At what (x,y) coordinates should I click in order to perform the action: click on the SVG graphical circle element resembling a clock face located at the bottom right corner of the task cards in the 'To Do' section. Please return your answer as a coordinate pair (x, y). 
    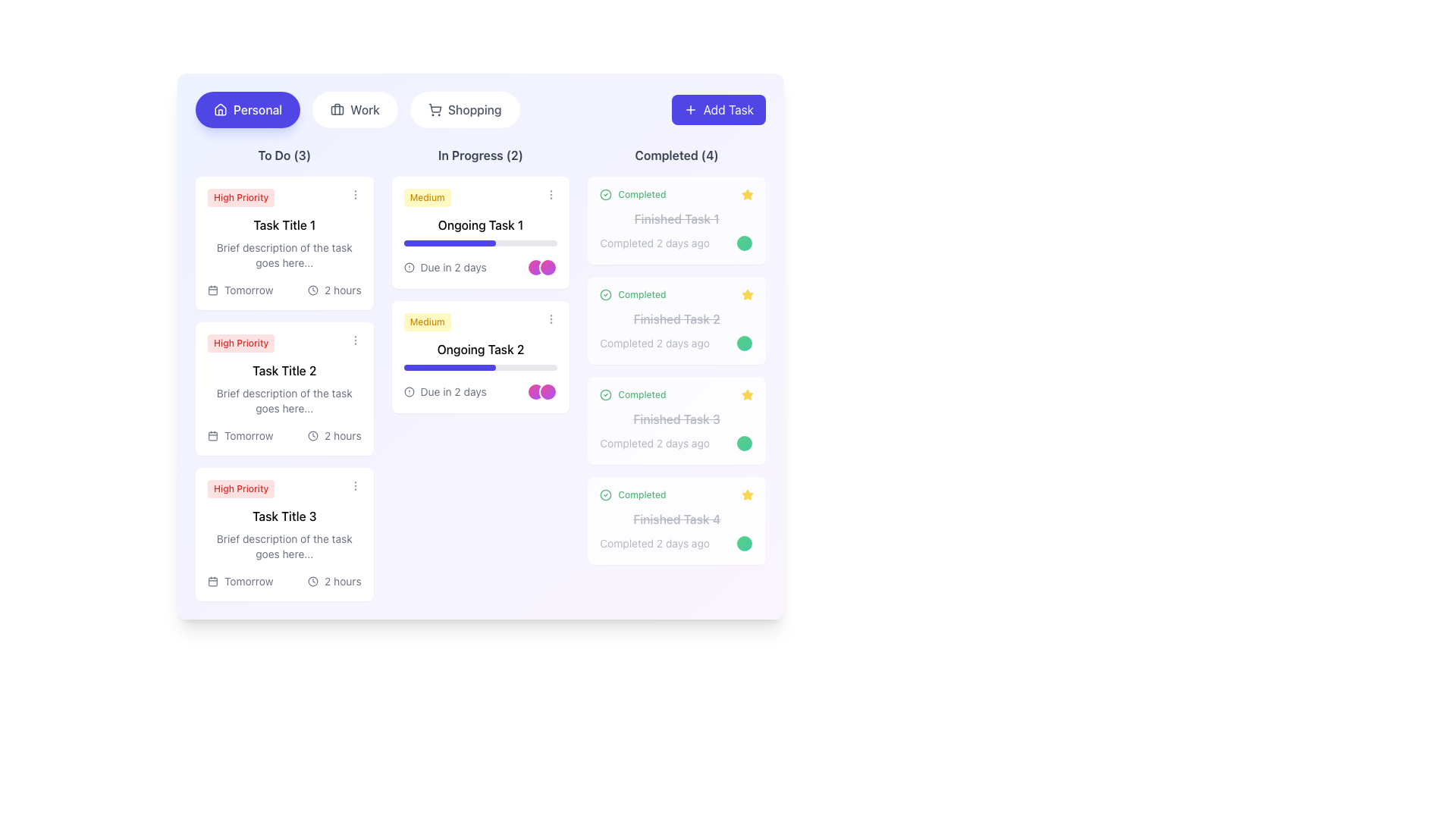
    Looking at the image, I should click on (312, 581).